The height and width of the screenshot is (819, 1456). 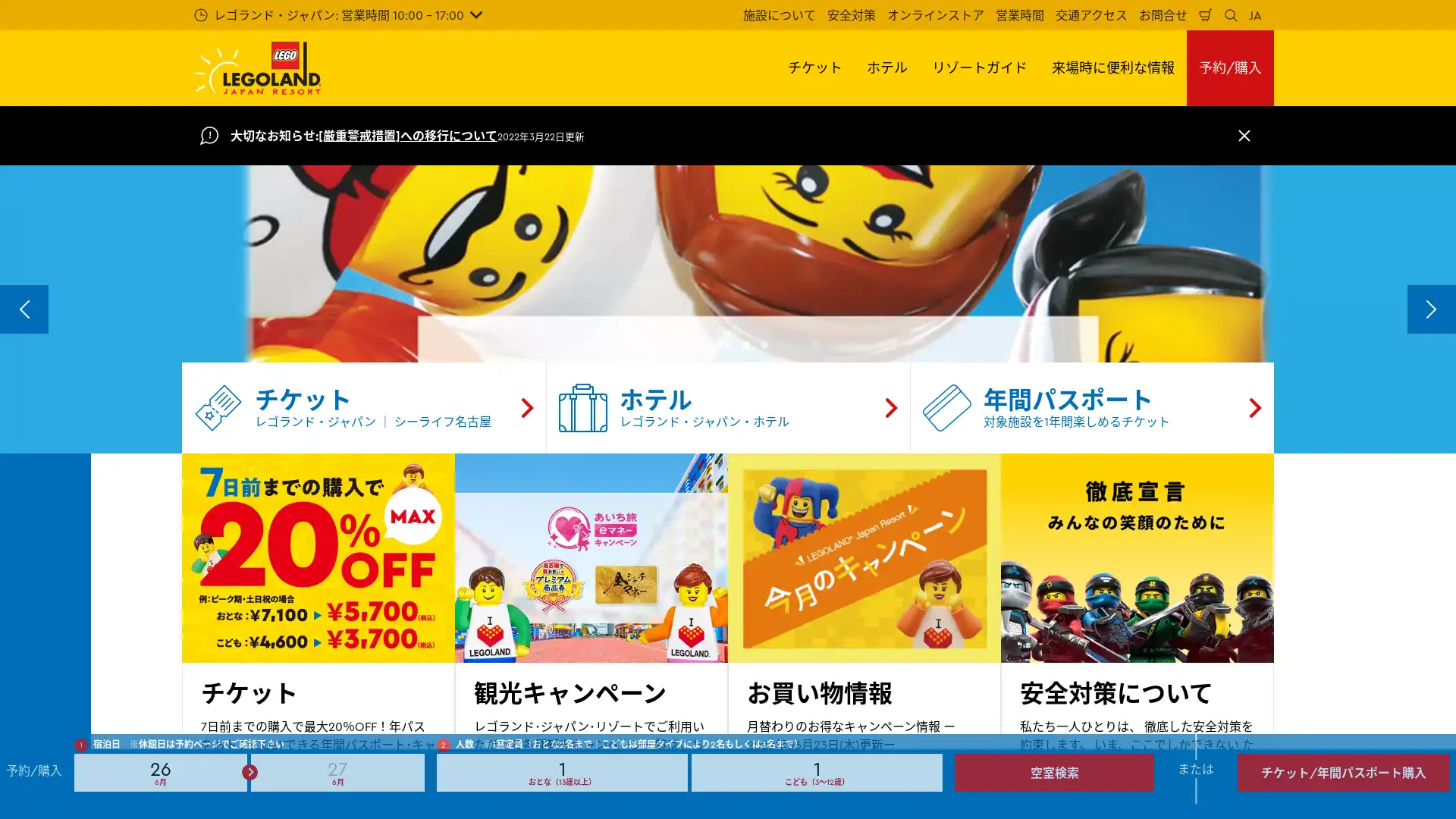 I want to click on /, so click(x=1230, y=67).